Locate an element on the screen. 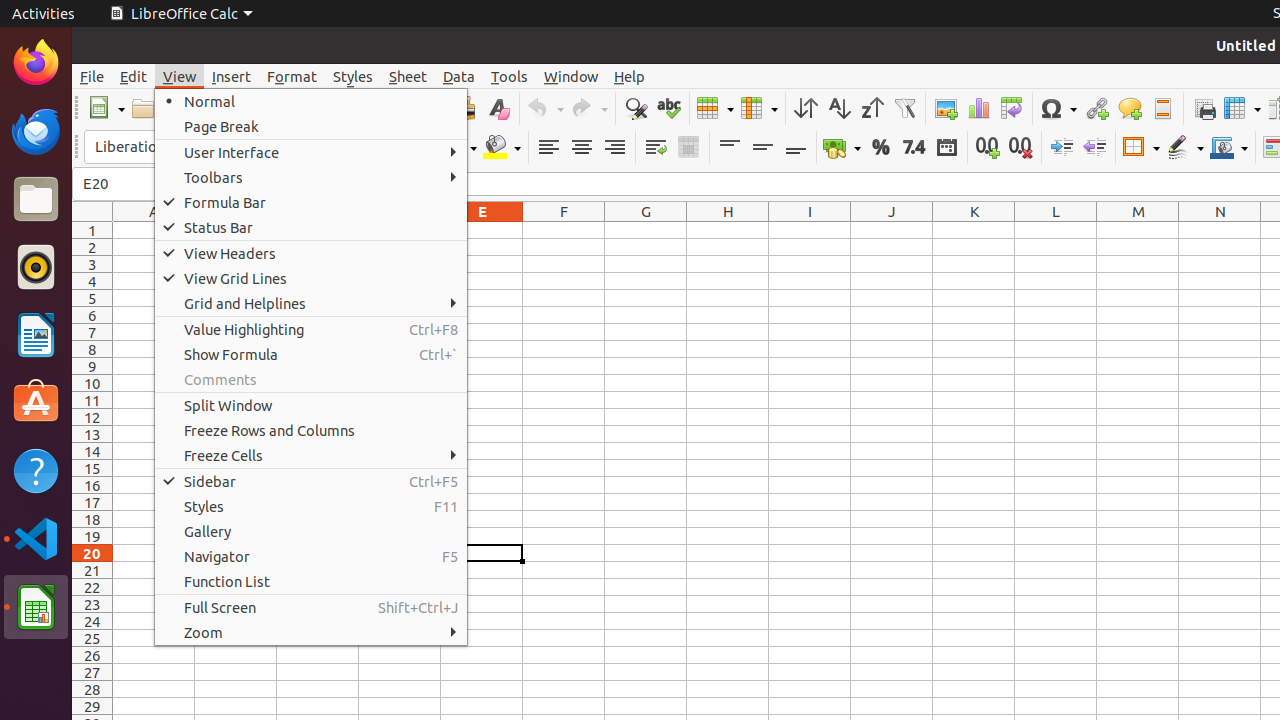  'Row' is located at coordinates (715, 108).